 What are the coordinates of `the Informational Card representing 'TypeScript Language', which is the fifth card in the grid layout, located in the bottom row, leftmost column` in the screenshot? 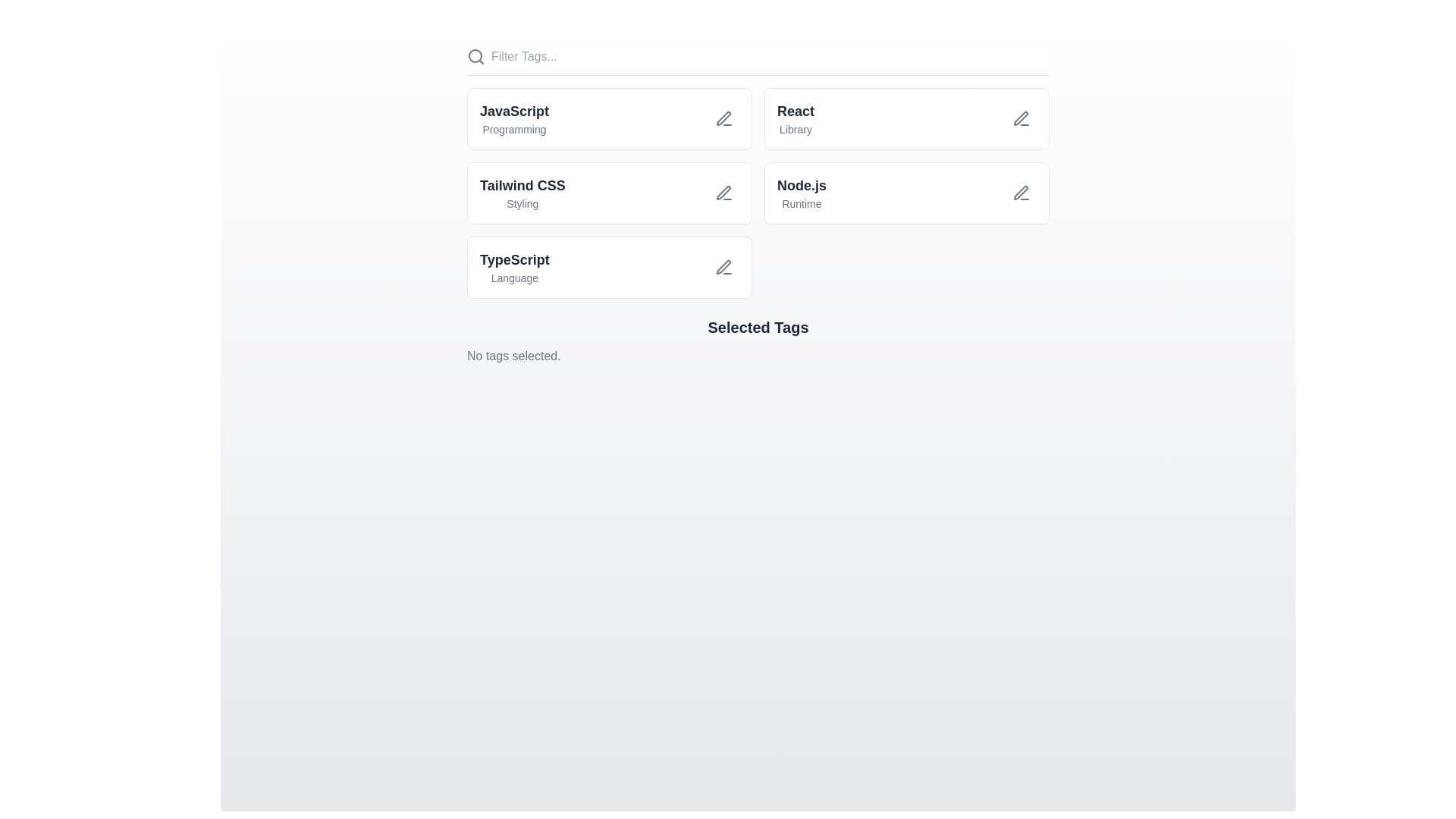 It's located at (610, 267).